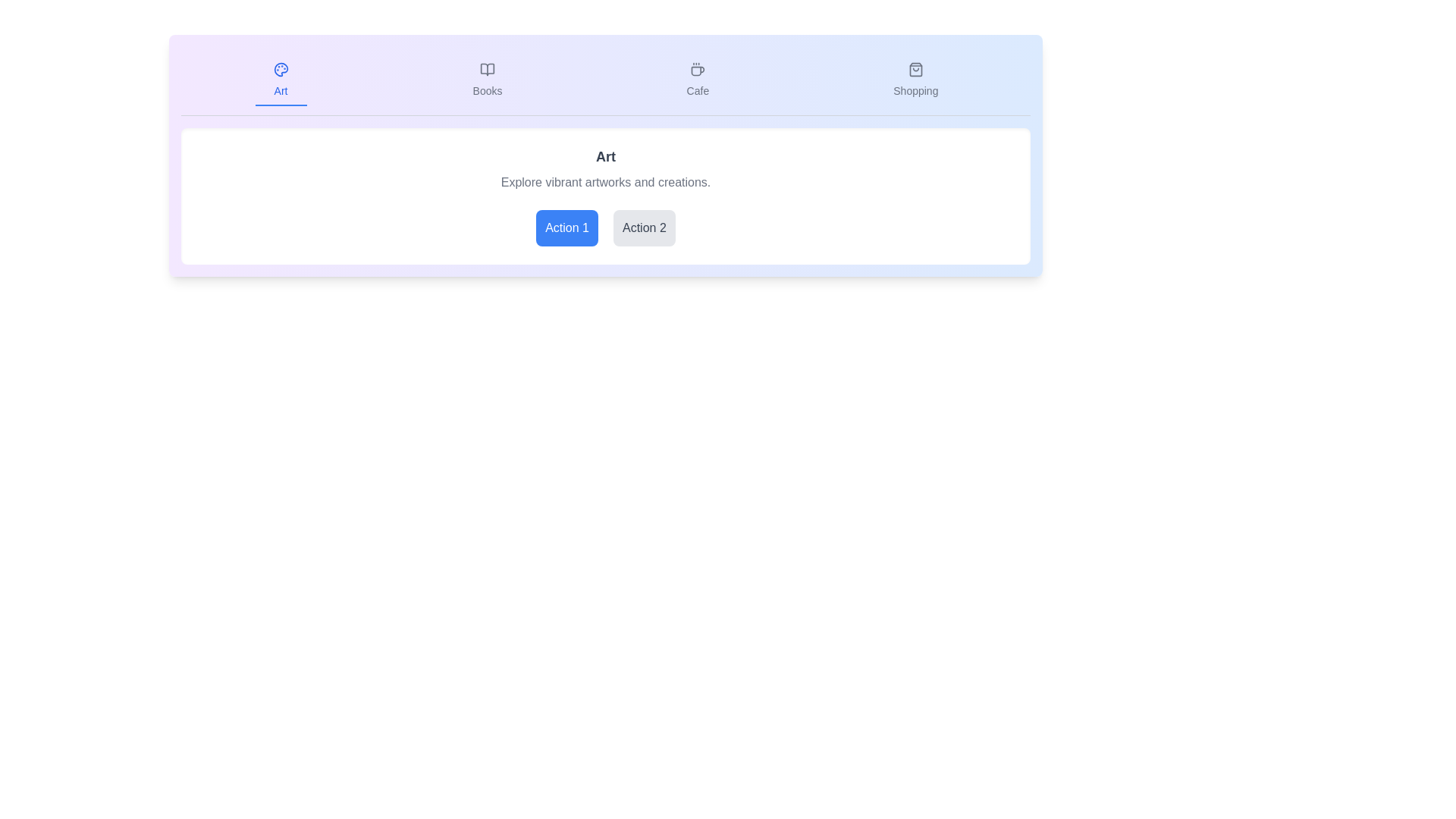 This screenshot has height=819, width=1456. Describe the element at coordinates (566, 227) in the screenshot. I see `the 'Action 1' button` at that location.